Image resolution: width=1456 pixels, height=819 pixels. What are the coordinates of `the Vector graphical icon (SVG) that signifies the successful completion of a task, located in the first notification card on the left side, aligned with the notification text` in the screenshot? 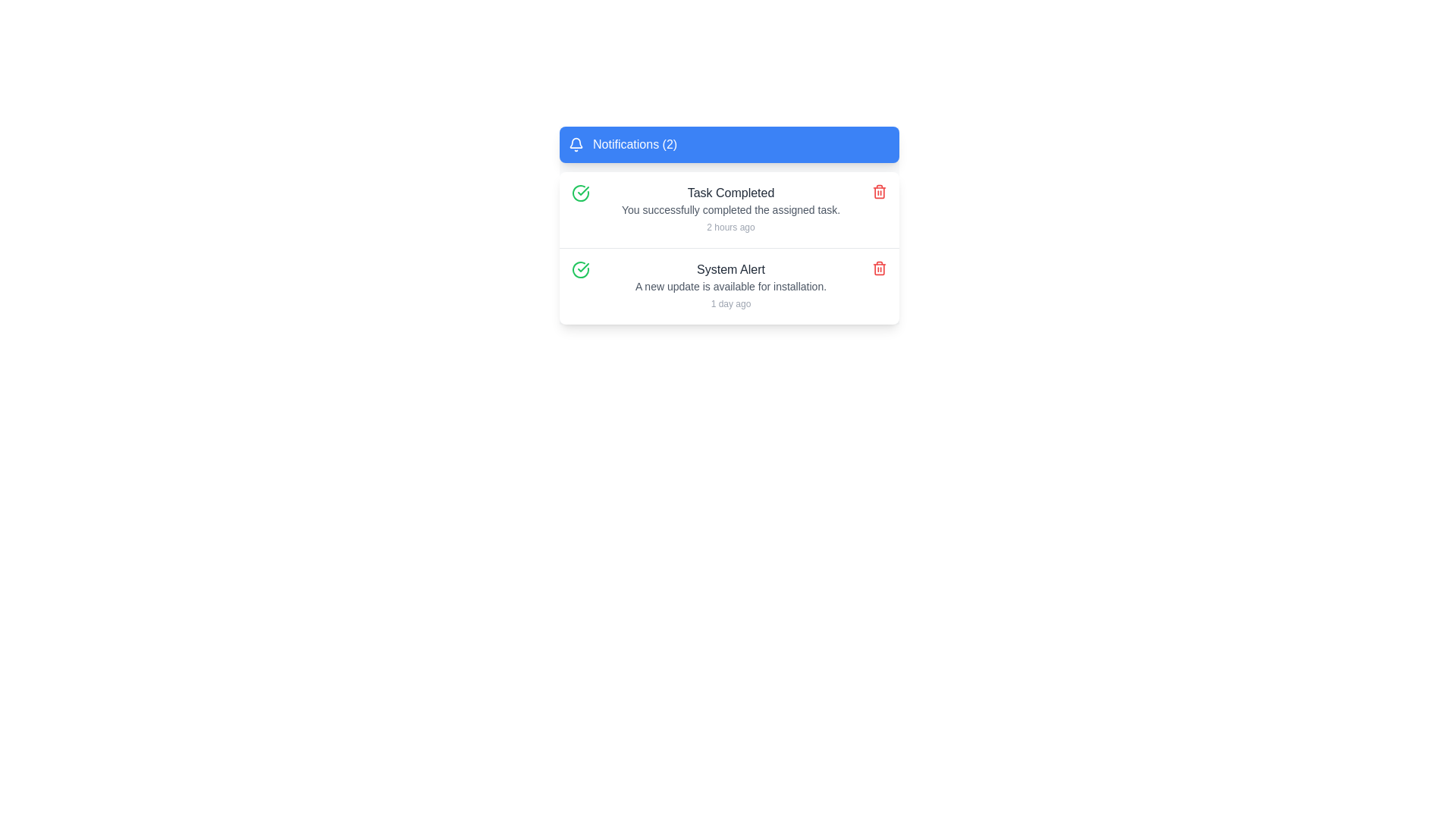 It's located at (582, 267).